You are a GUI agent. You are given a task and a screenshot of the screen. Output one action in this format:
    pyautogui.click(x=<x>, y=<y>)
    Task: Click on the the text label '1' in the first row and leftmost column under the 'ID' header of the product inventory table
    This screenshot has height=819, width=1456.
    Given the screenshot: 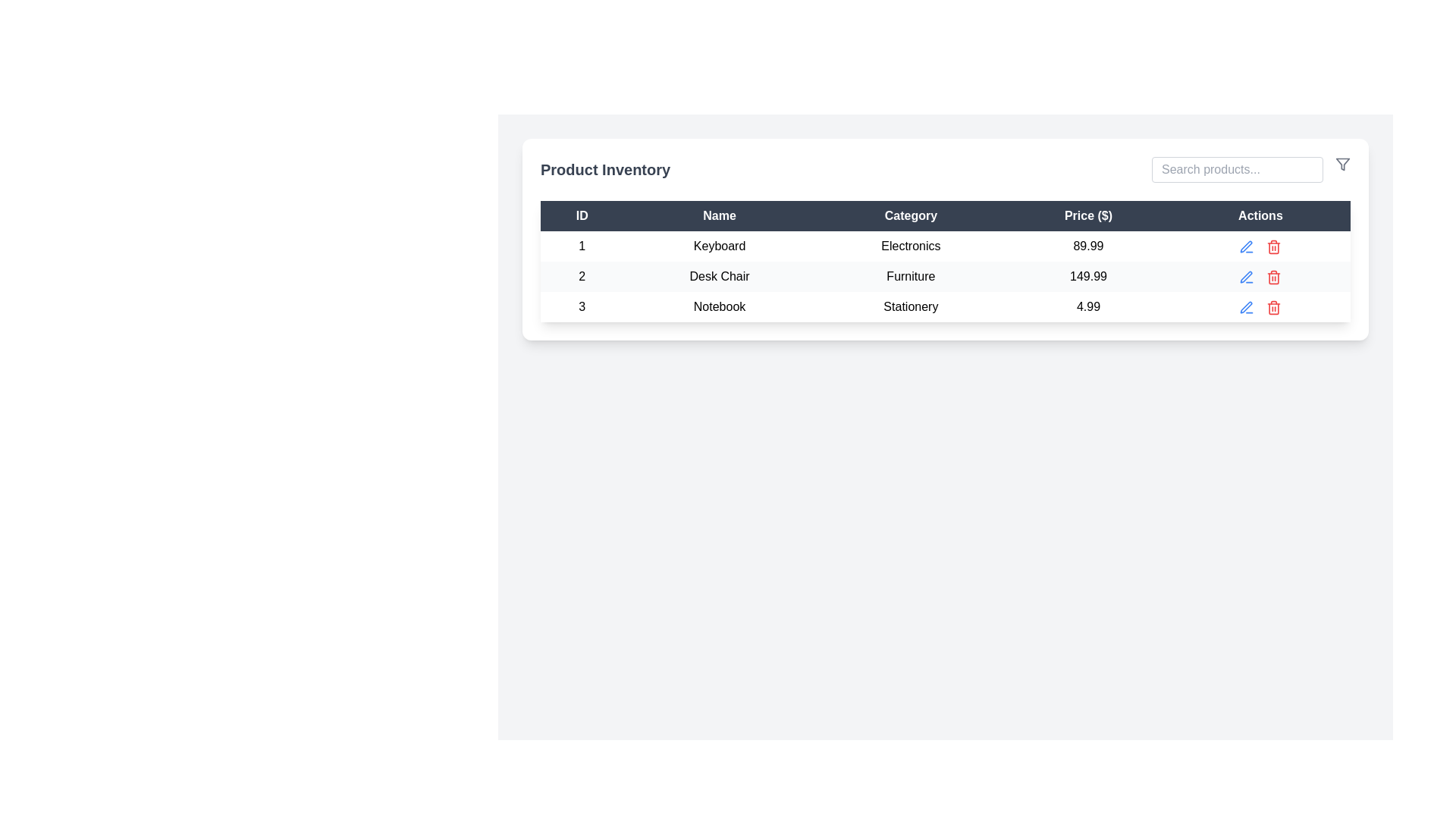 What is the action you would take?
    pyautogui.click(x=581, y=245)
    